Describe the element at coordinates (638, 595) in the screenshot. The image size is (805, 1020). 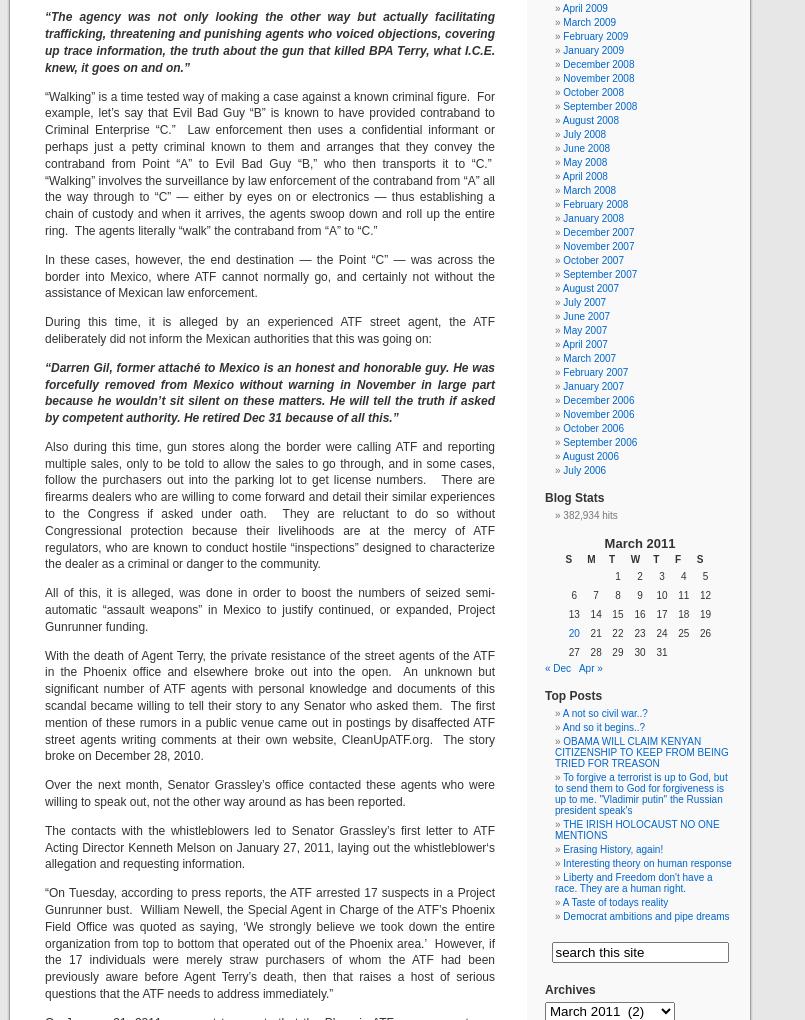
I see `'9'` at that location.